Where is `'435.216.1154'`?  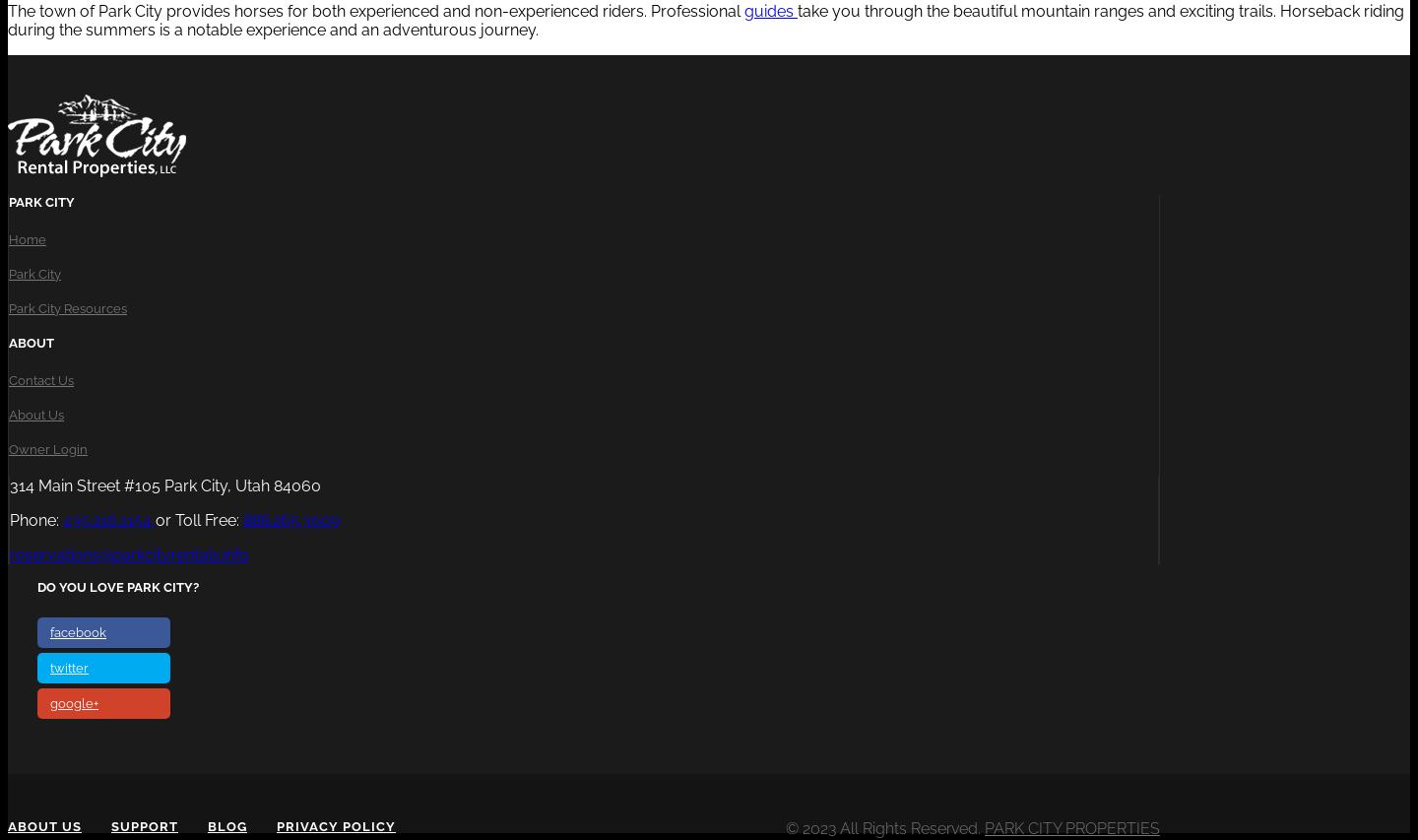
'435.216.1154' is located at coordinates (109, 518).